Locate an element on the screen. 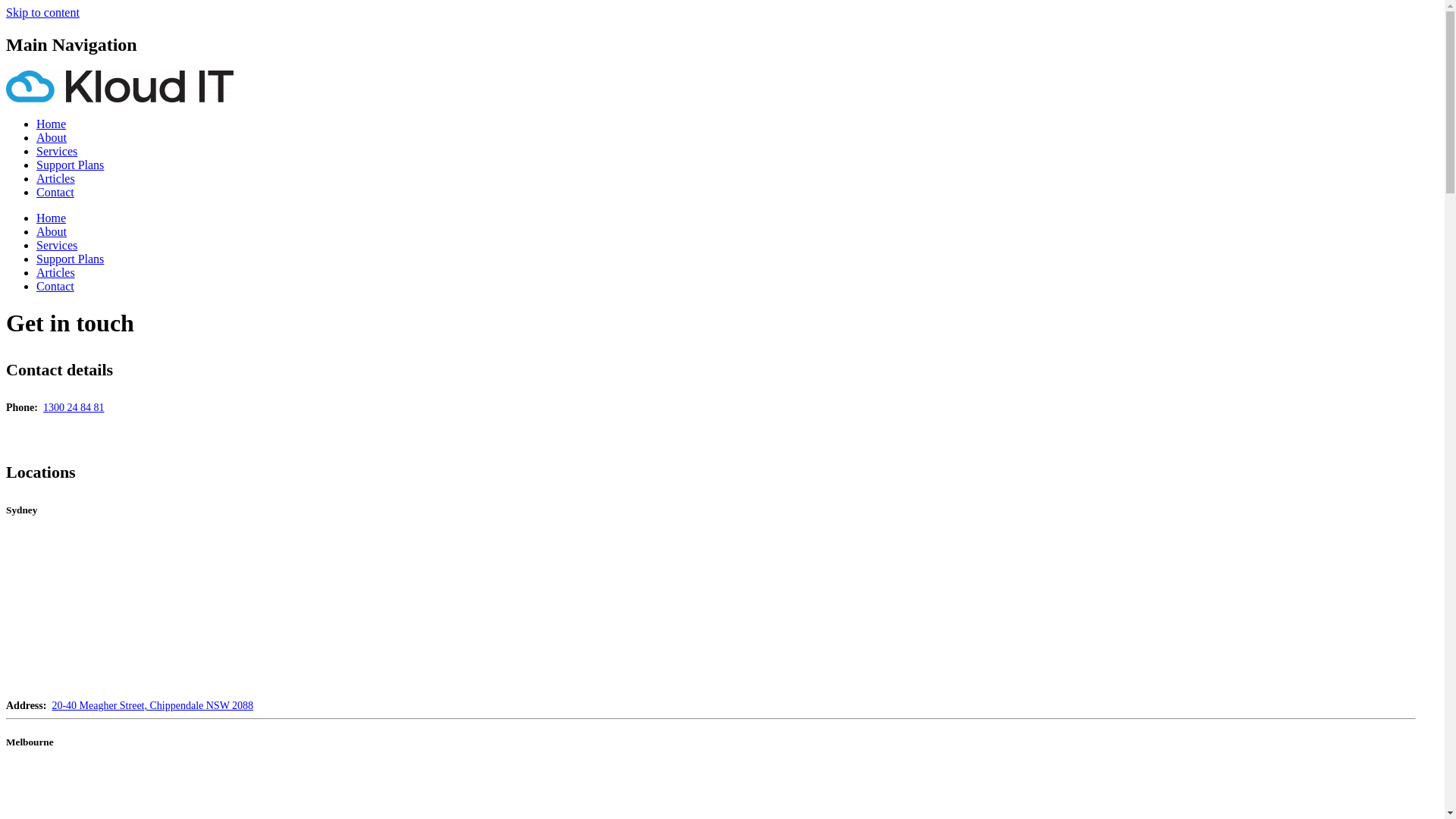 The height and width of the screenshot is (819, 1456). 'Contact' is located at coordinates (55, 191).